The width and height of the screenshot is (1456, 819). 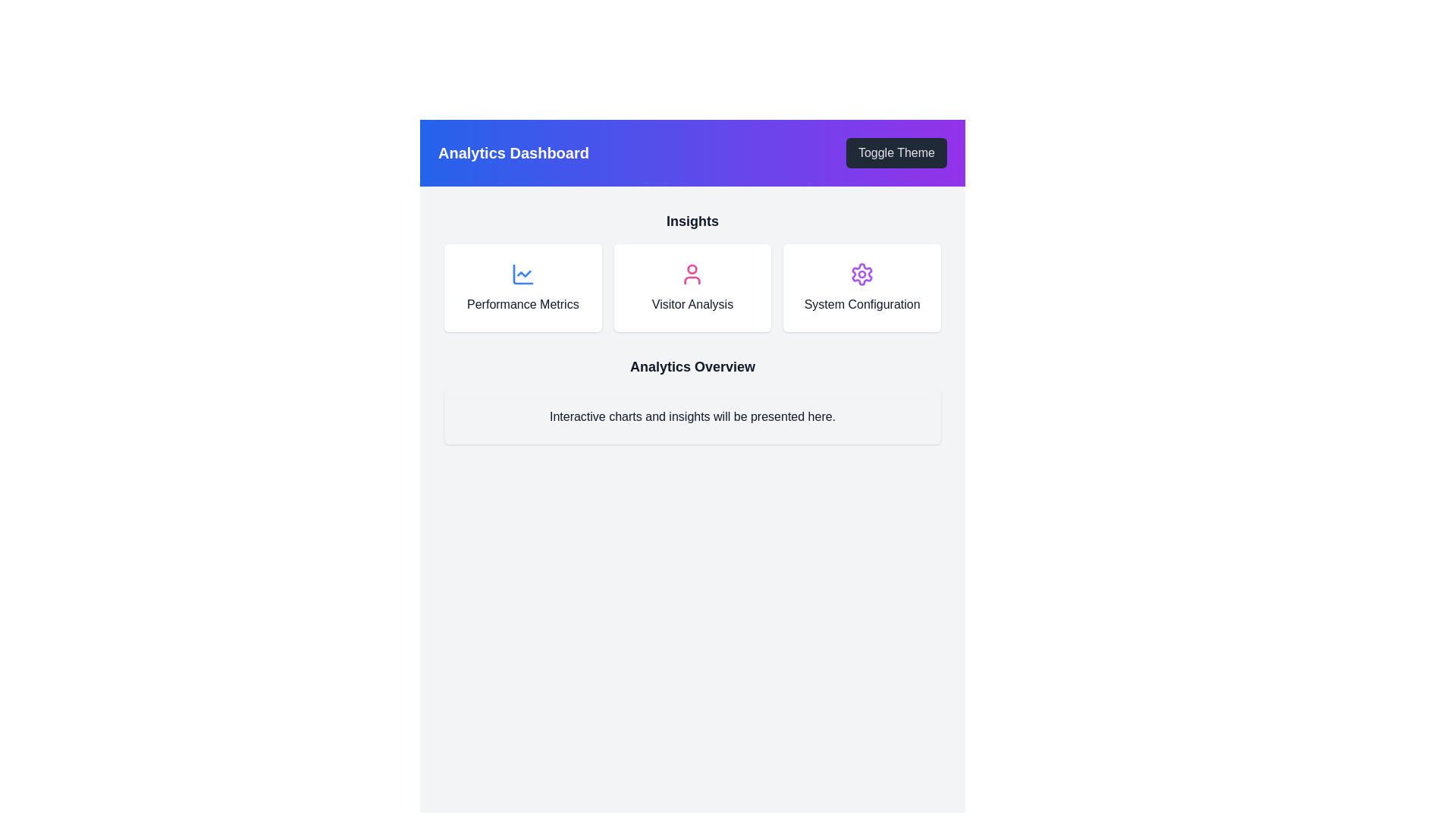 What do you see at coordinates (522, 288) in the screenshot?
I see `the 'Performance Metrics' card element in the 'Insights' section of the Analytics Dashboard` at bounding box center [522, 288].